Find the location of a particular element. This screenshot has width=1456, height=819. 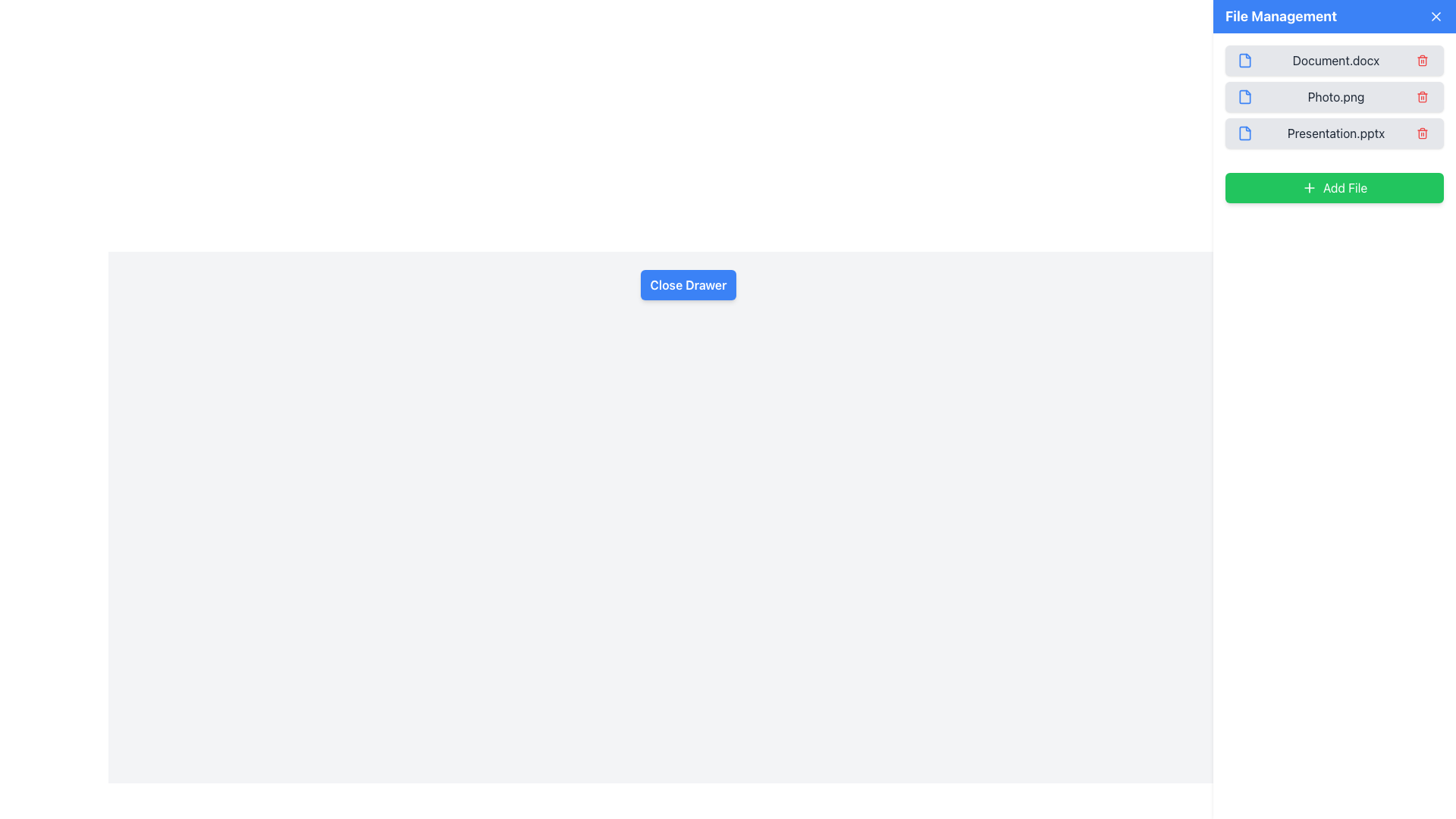

the file type icon representing 'Document.docx' located in the top-right corner of the file management panel is located at coordinates (1244, 60).